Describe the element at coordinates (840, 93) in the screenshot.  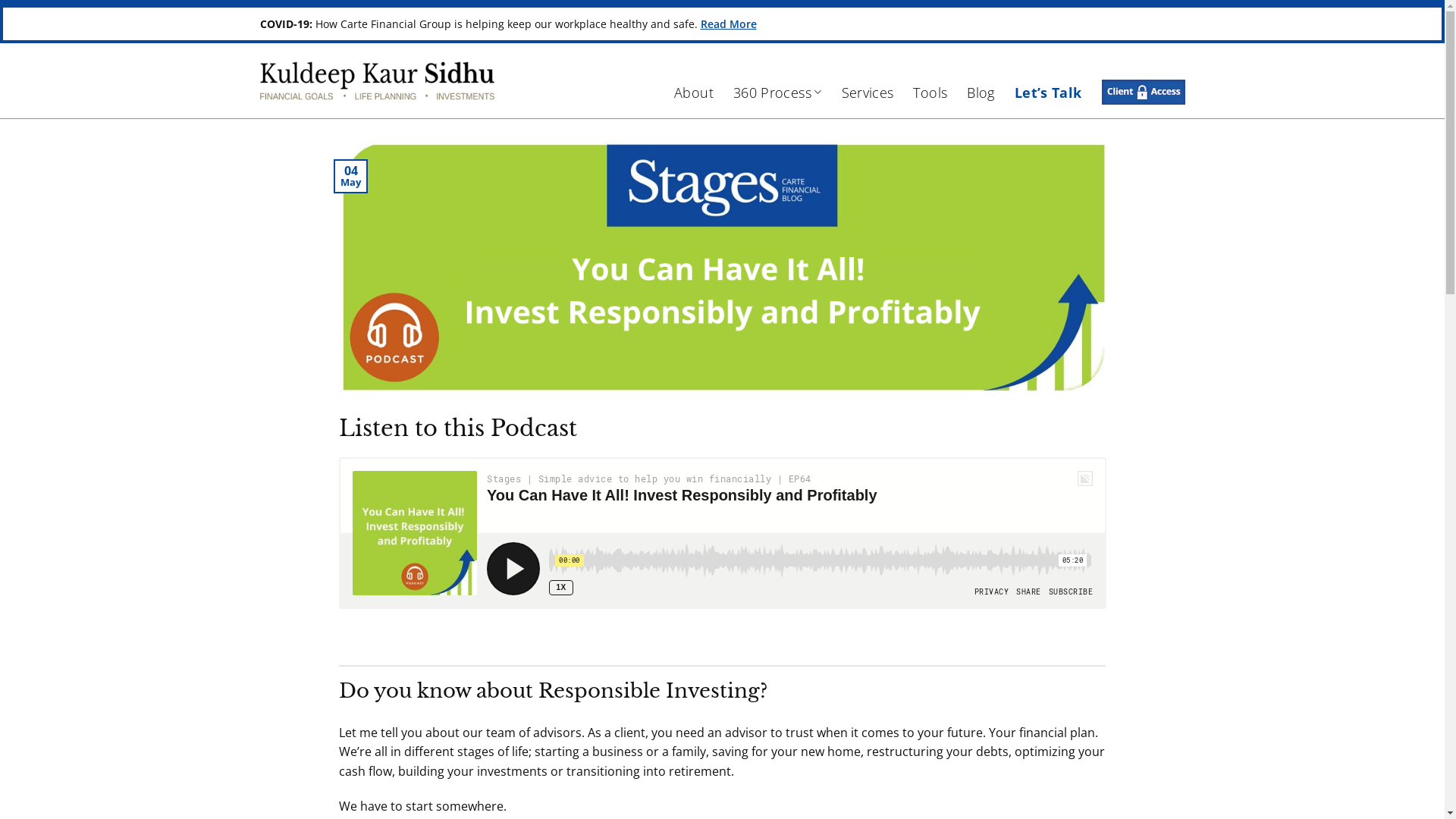
I see `'Services'` at that location.